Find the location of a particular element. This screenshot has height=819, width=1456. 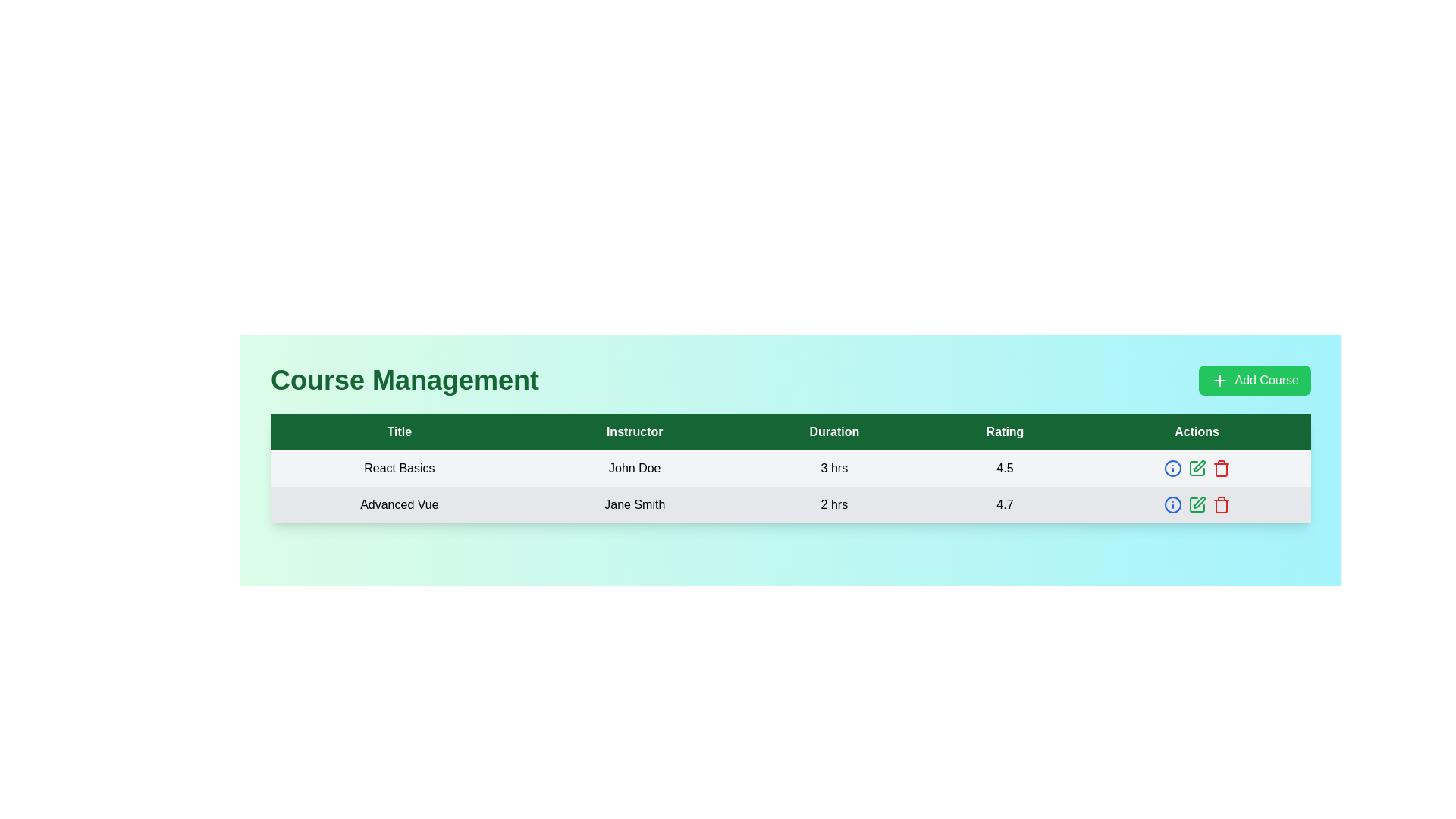

the 'Duration' text label in the table cell for the 'Advanced Vue' course associated with 'Jane Smith' is located at coordinates (833, 505).